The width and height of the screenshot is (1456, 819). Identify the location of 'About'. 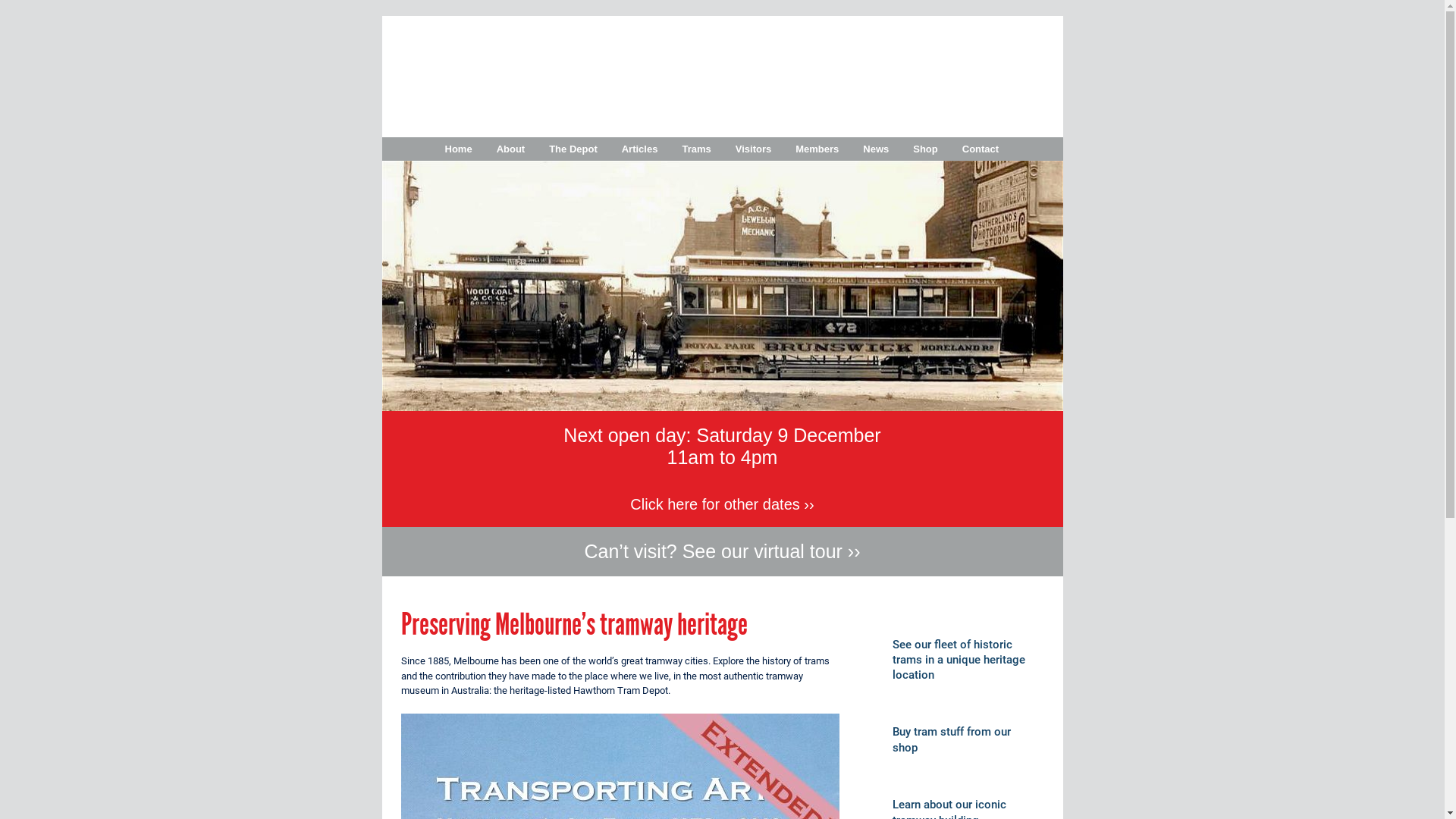
(510, 149).